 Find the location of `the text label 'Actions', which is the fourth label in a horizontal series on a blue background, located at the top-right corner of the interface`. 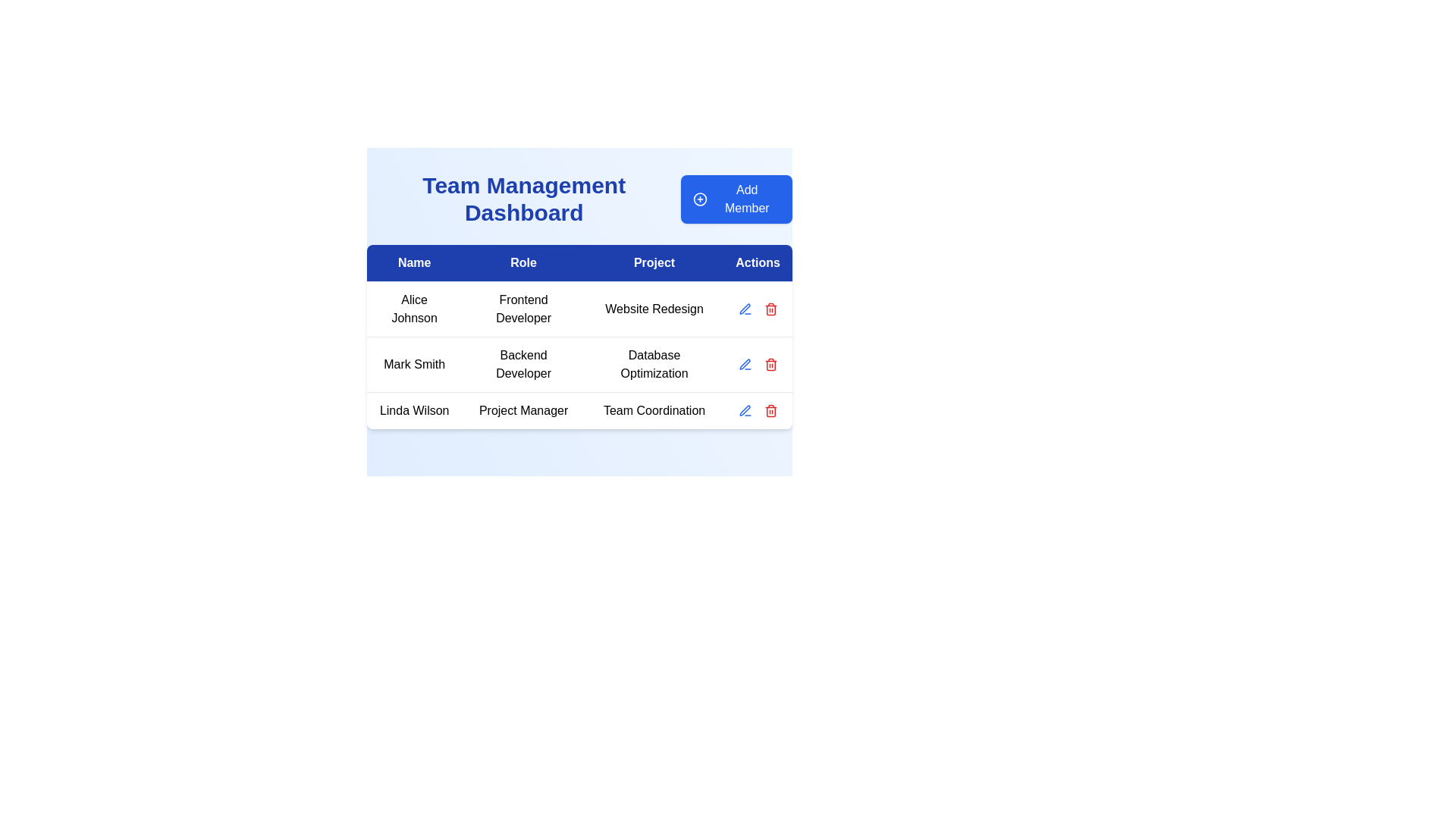

the text label 'Actions', which is the fourth label in a horizontal series on a blue background, located at the top-right corner of the interface is located at coordinates (758, 262).